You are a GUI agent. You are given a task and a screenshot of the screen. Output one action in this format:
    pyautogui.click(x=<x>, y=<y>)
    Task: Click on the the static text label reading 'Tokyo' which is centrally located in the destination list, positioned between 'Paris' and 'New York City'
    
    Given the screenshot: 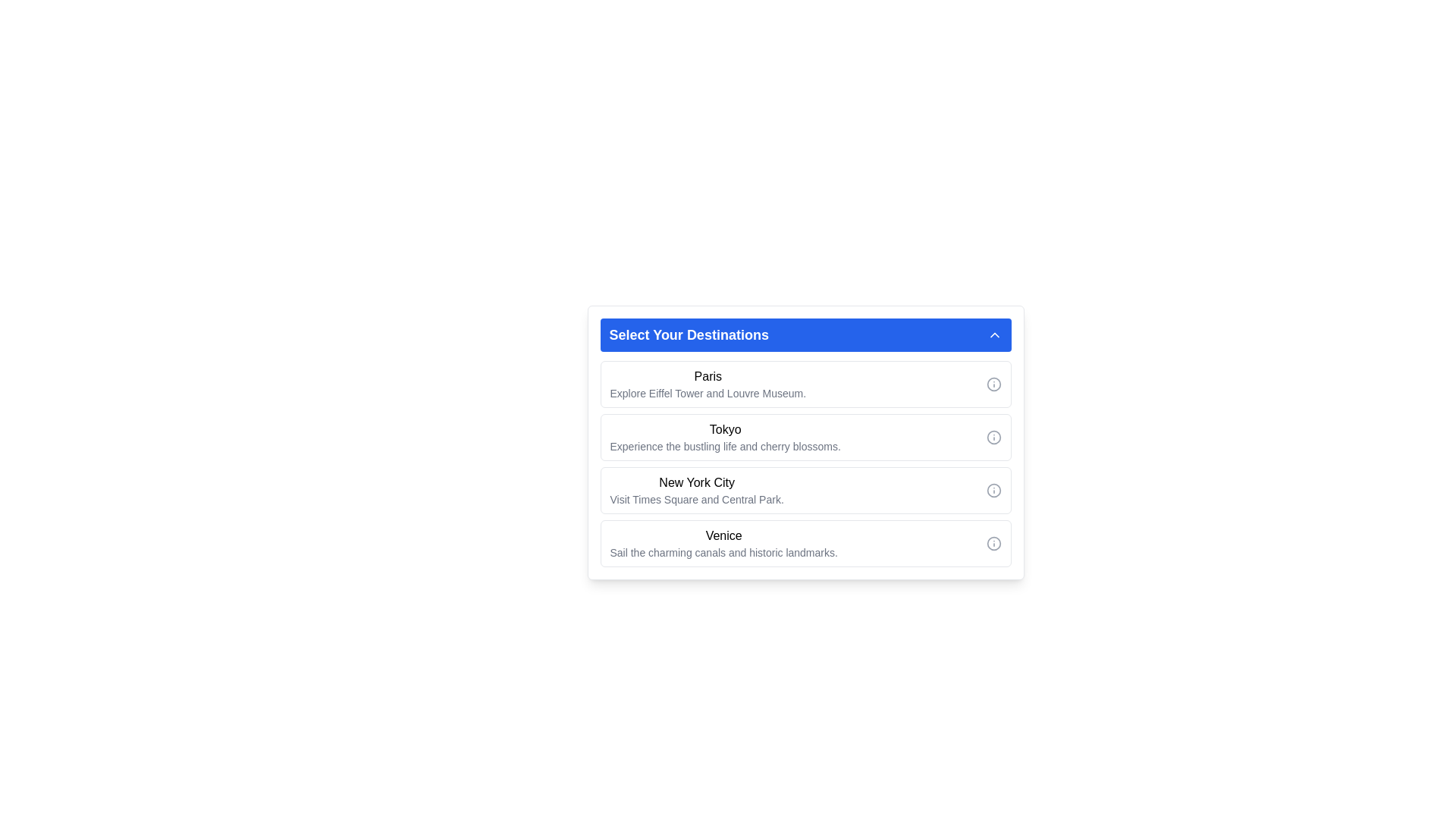 What is the action you would take?
    pyautogui.click(x=724, y=430)
    